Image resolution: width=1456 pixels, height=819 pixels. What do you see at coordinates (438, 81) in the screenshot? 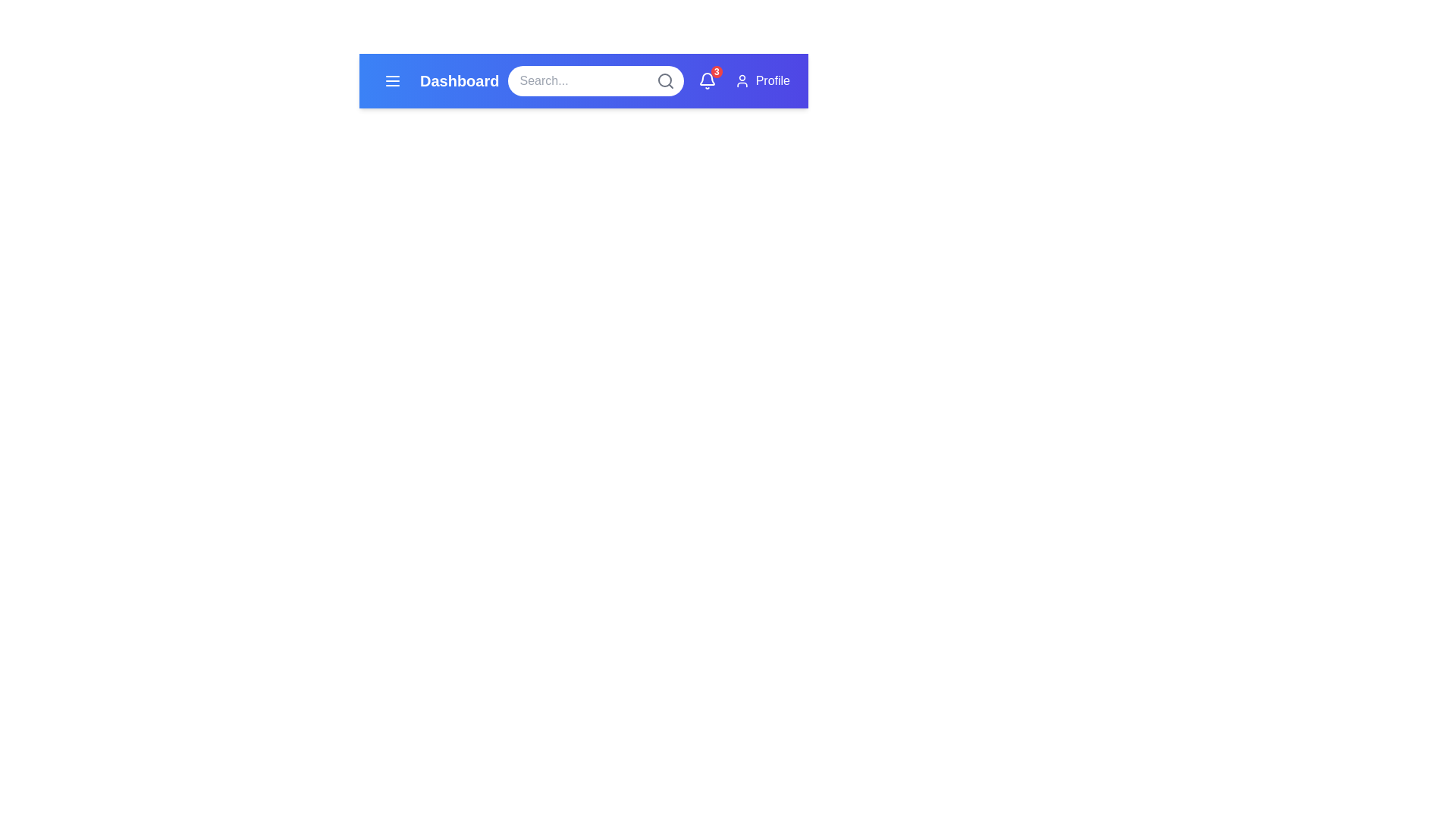
I see `the 'Dashboard' label or navigation link located on the far-left side of the top navigation bar, adjacent to the hamburger menu icon and the search bar` at bounding box center [438, 81].